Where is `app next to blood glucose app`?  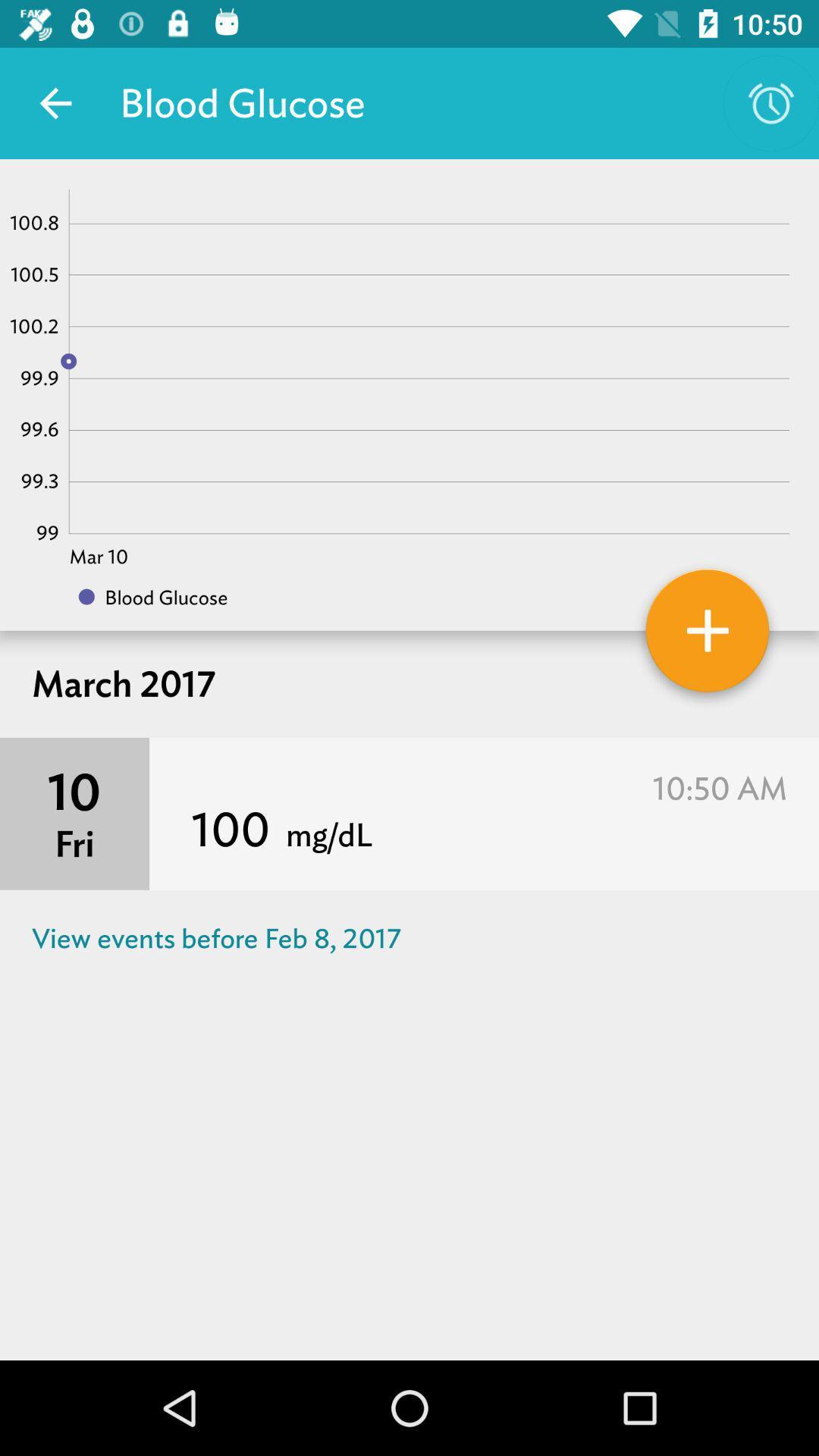 app next to blood glucose app is located at coordinates (771, 102).